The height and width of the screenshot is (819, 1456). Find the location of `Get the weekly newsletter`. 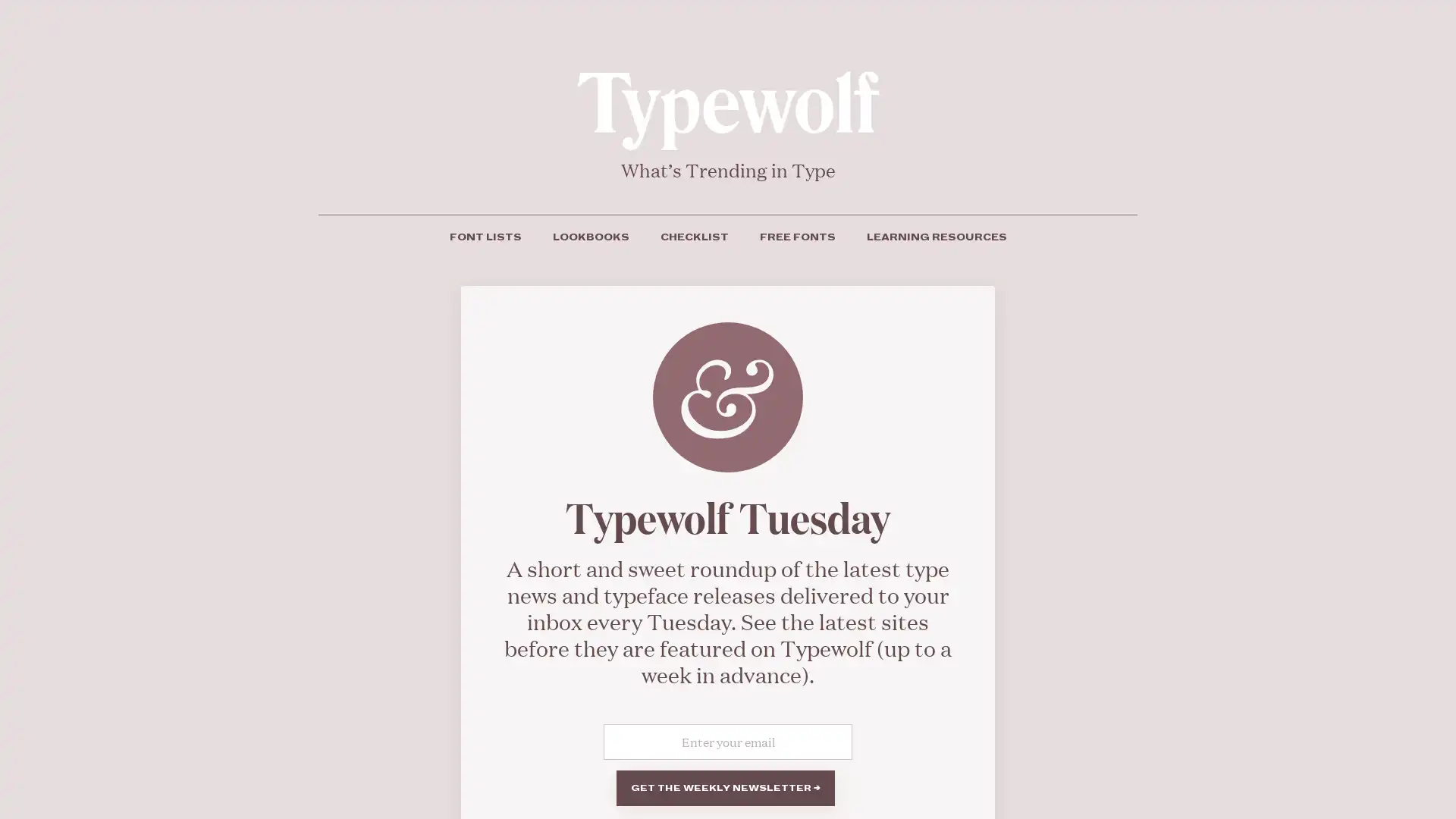

Get the weekly newsletter is located at coordinates (723, 786).